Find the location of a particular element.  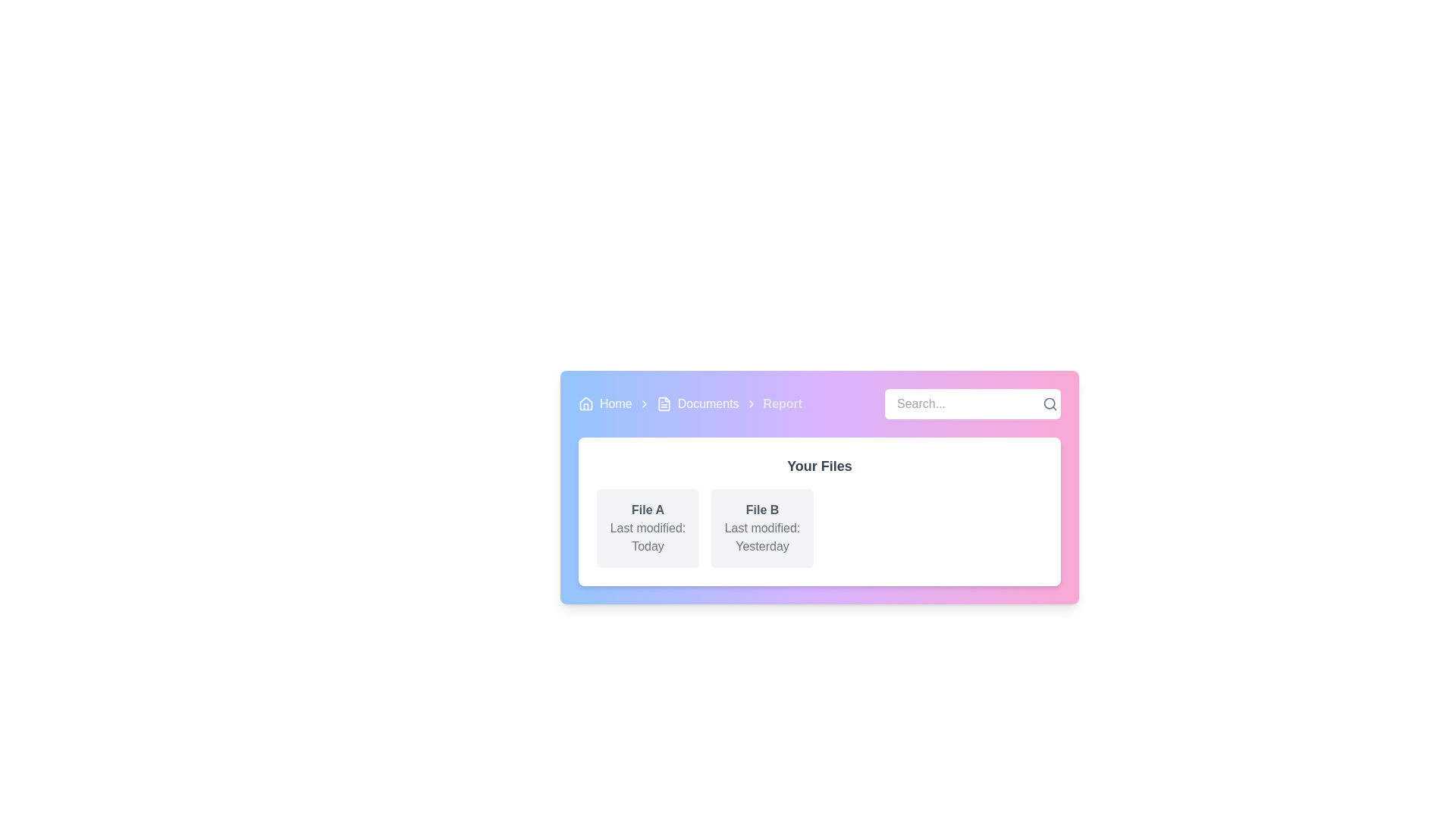

the first chevron arrow in the breadcrumb navigation that separates 'Home' and 'Documents' is located at coordinates (644, 403).